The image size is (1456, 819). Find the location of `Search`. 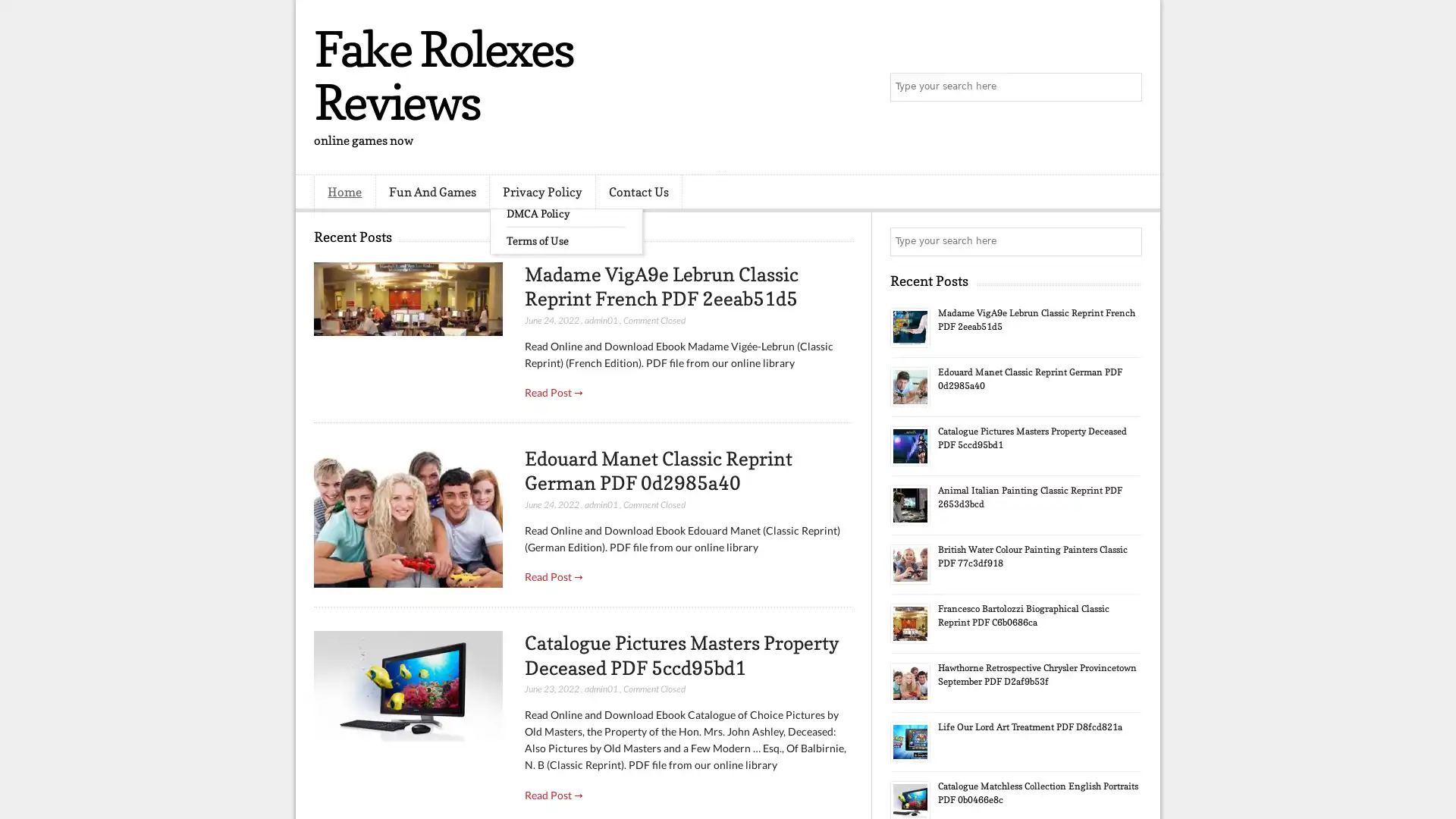

Search is located at coordinates (1126, 241).